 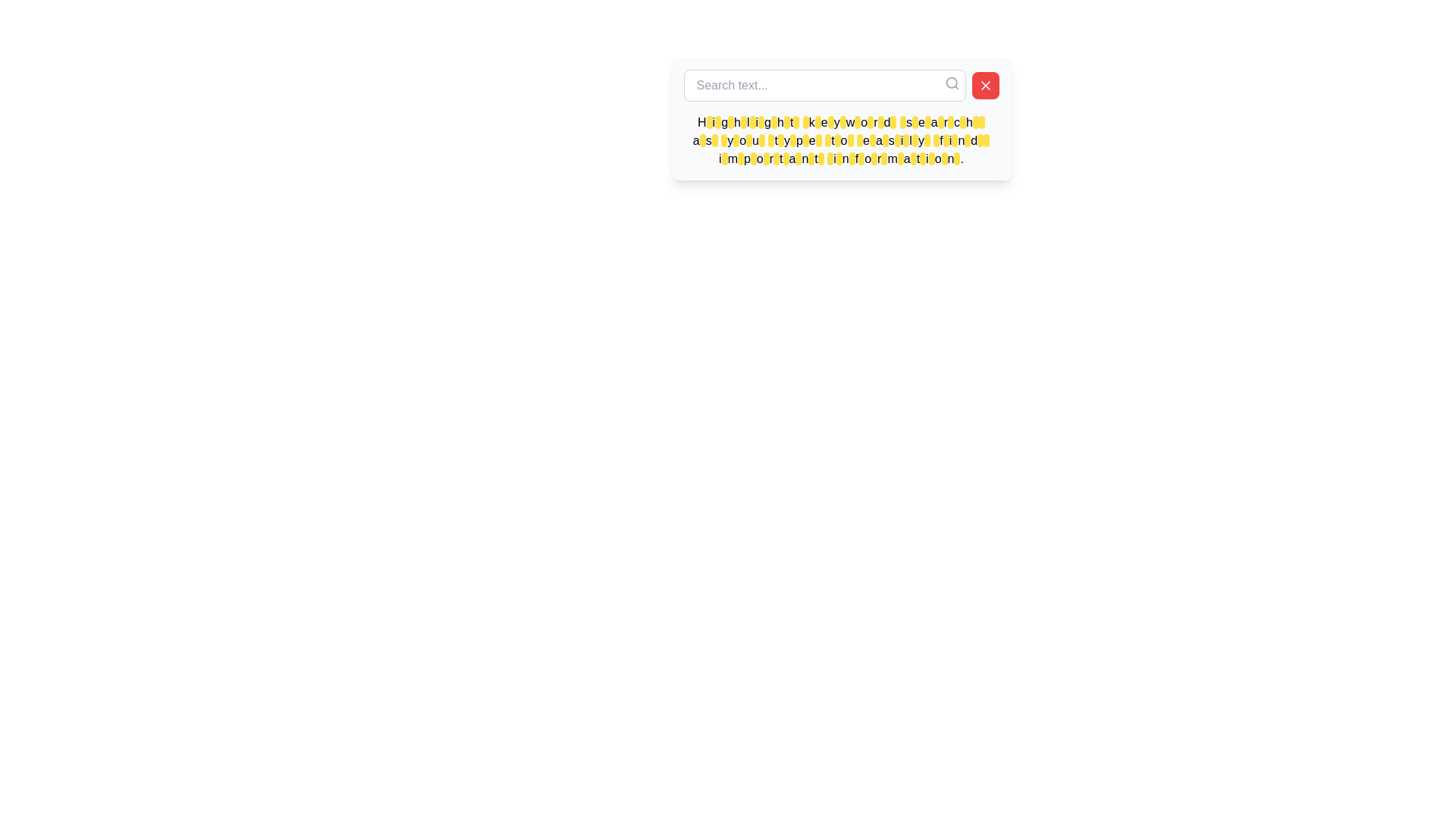 I want to click on the Highlight marker, a small yellow rectangle with rounded corners that appears near the end of the sentence 'Highlight keyword search as you type to easily find important information.', so click(x=926, y=140).